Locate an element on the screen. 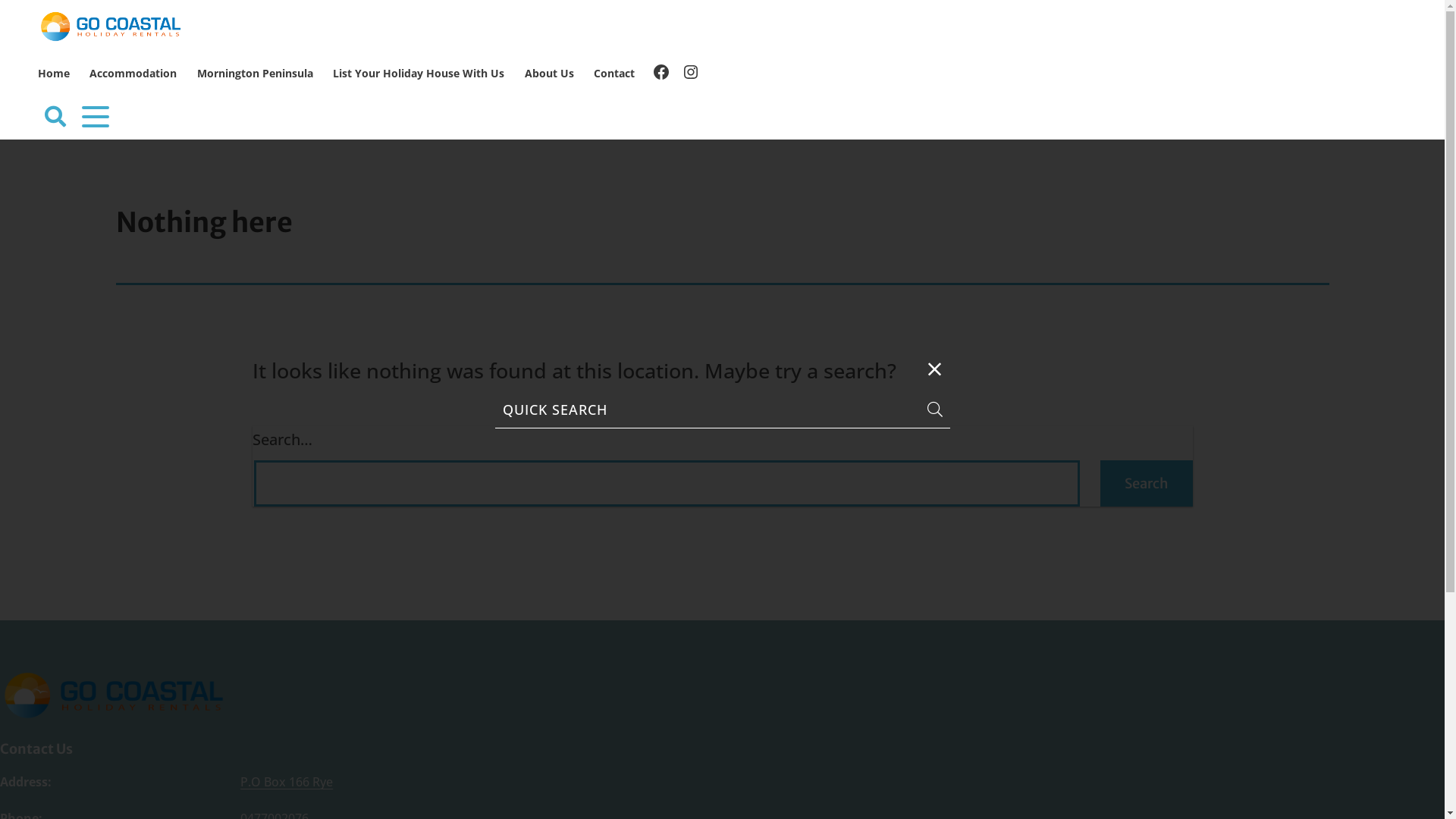 Image resolution: width=1456 pixels, height=819 pixels. 'Search' is located at coordinates (1146, 483).